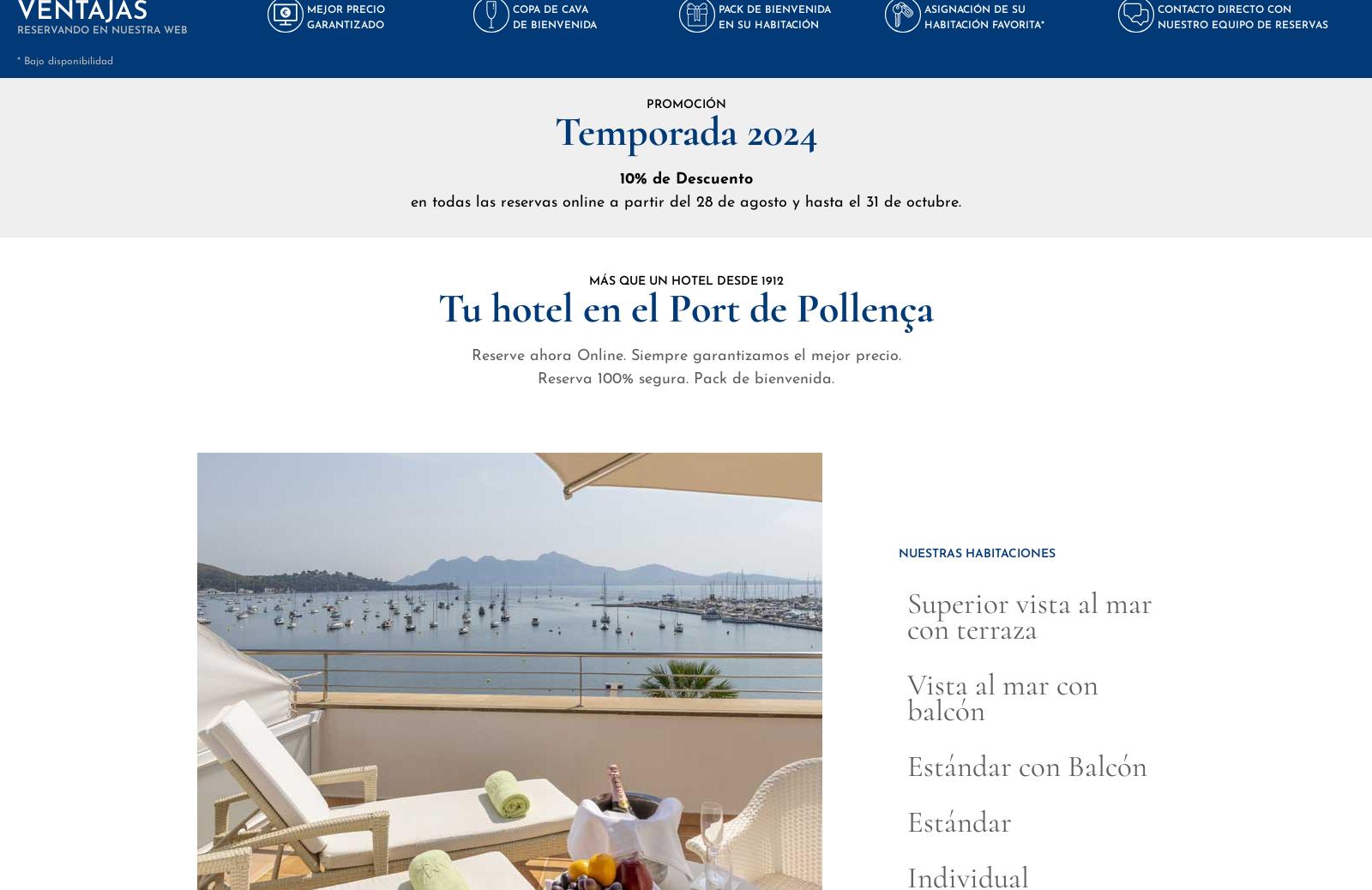 Image resolution: width=1372 pixels, height=890 pixels. Describe the element at coordinates (1243, 23) in the screenshot. I see `'NUESTRO EQUIPO DE RESERVAS'` at that location.